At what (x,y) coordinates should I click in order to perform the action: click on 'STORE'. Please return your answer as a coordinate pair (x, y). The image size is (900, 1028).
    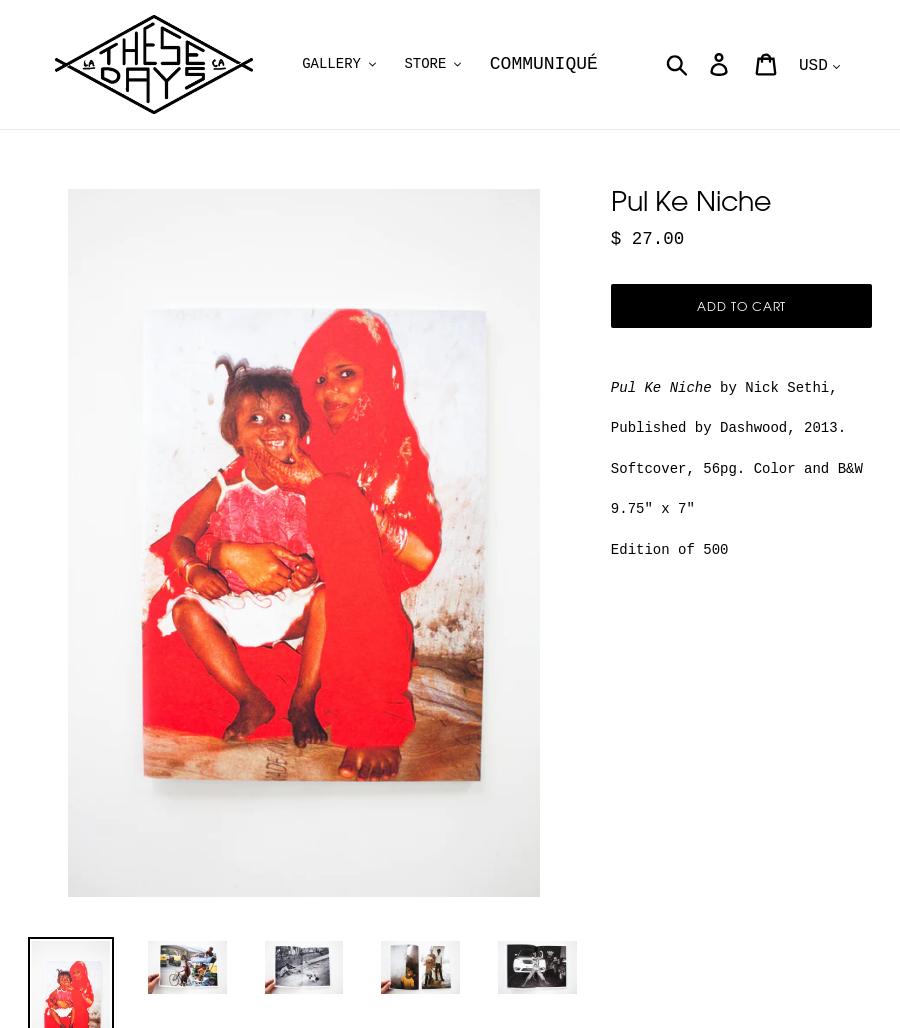
    Looking at the image, I should click on (424, 64).